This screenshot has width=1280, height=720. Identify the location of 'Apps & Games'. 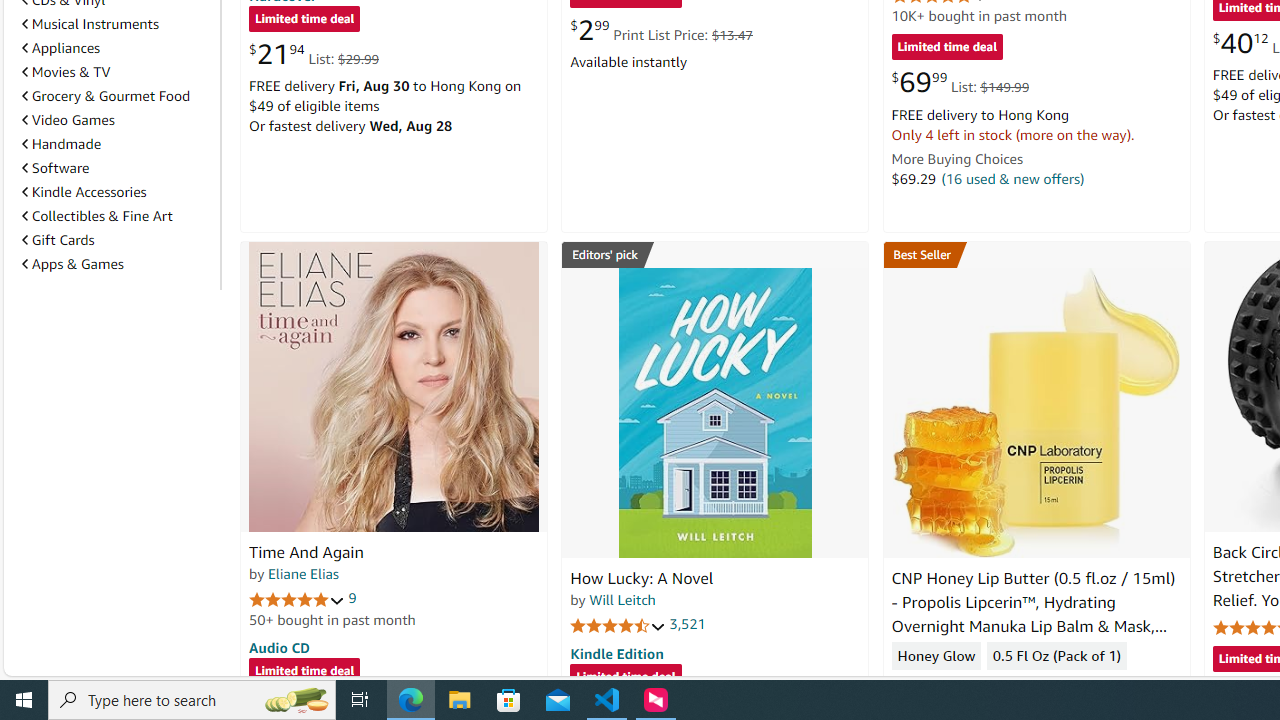
(72, 262).